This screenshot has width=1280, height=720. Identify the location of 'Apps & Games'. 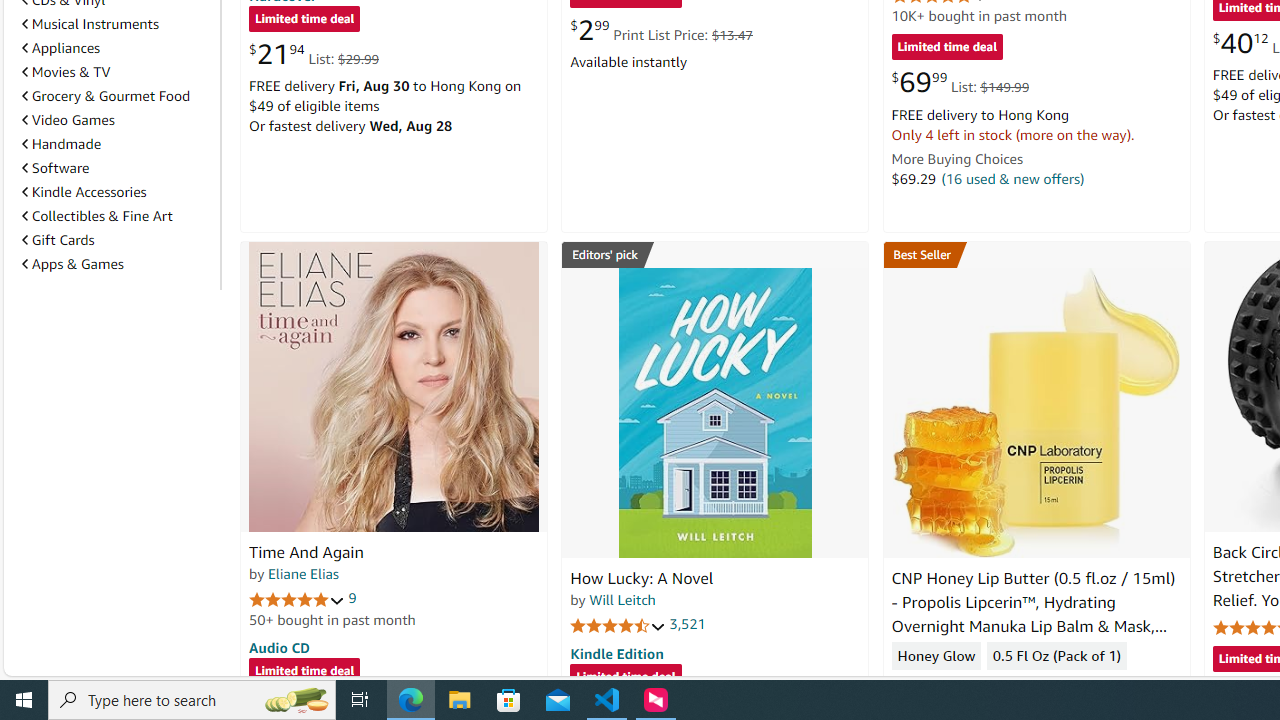
(72, 262).